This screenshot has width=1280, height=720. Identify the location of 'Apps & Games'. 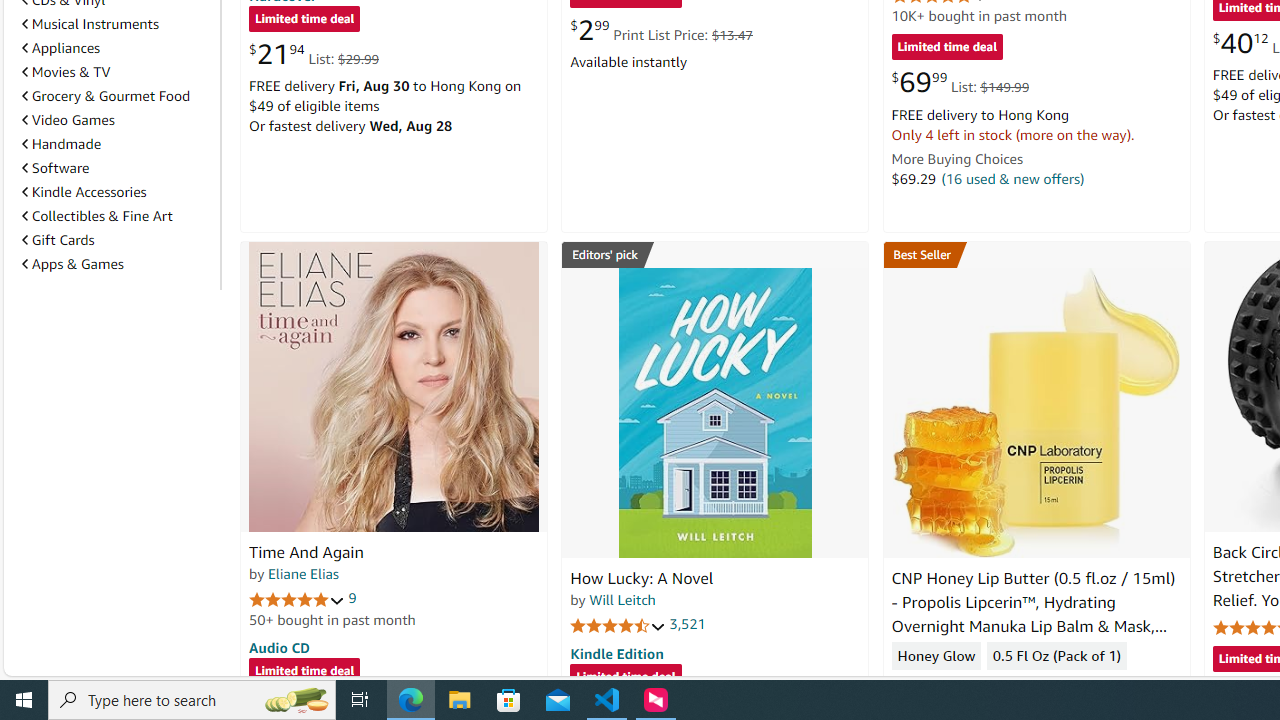
(72, 262).